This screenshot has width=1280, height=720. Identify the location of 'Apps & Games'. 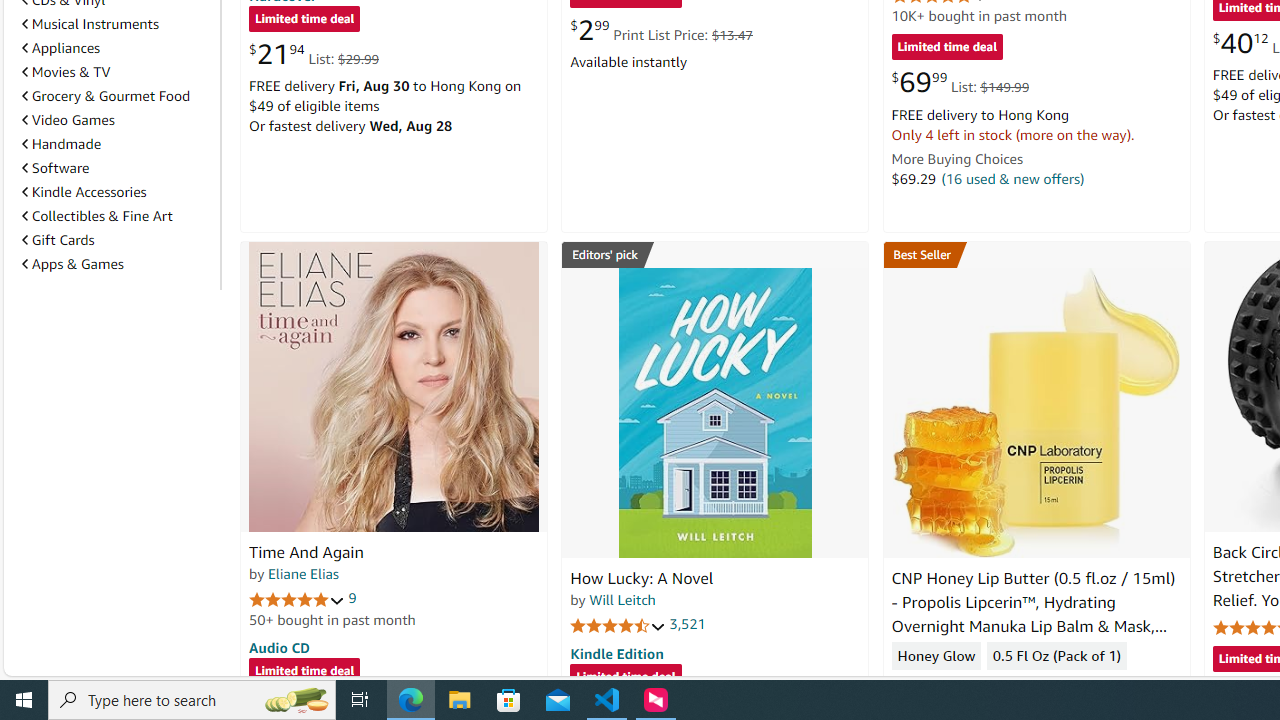
(72, 262).